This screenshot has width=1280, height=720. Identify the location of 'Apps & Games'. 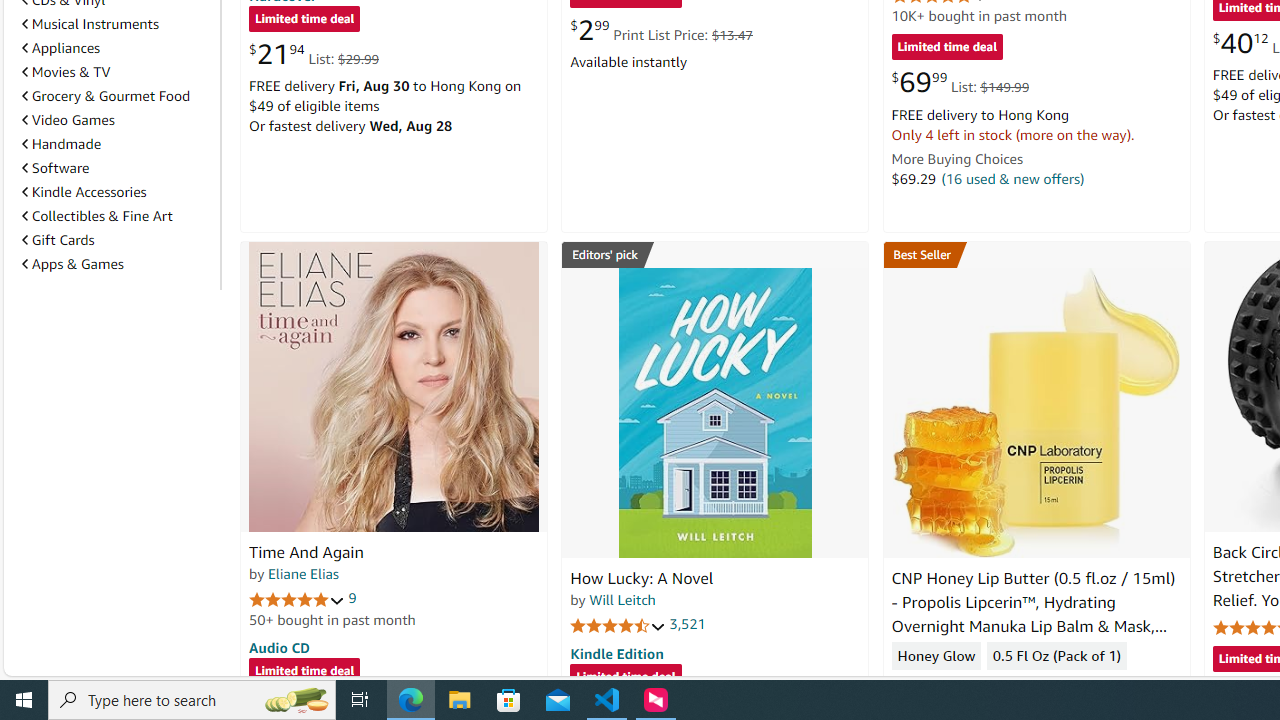
(72, 262).